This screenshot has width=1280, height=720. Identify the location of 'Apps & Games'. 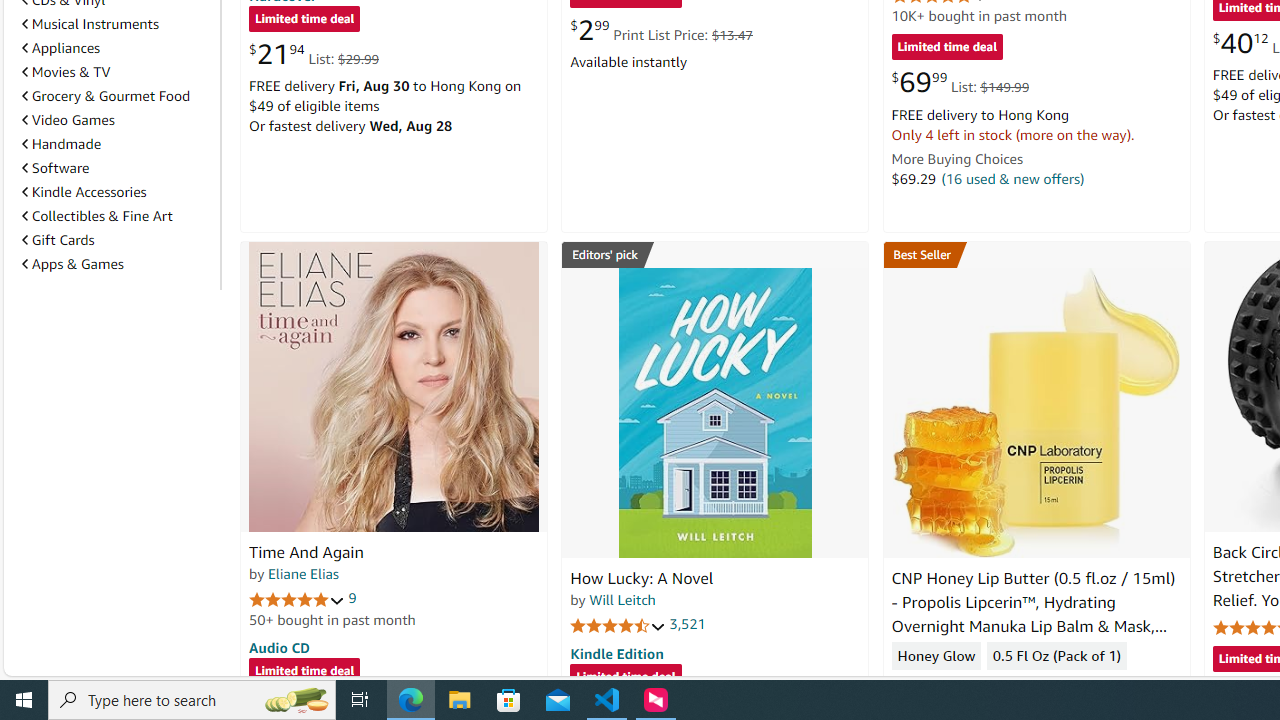
(72, 262).